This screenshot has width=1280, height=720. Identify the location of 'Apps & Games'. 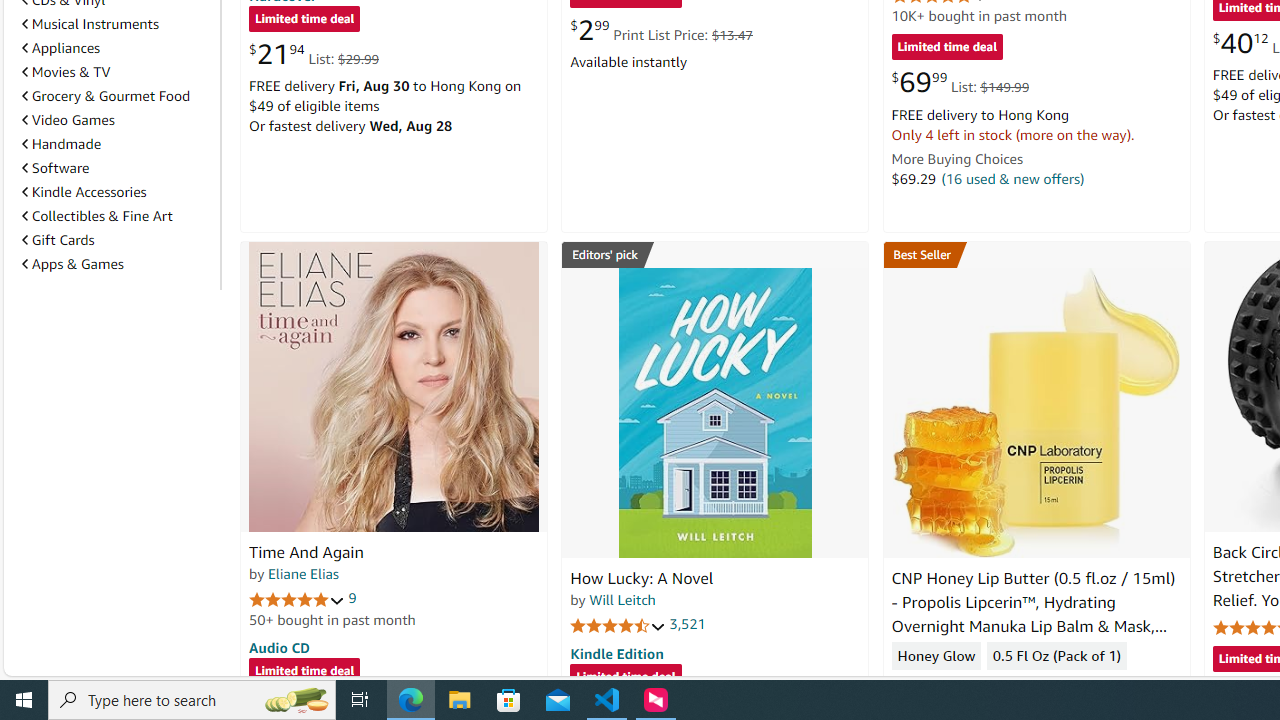
(72, 262).